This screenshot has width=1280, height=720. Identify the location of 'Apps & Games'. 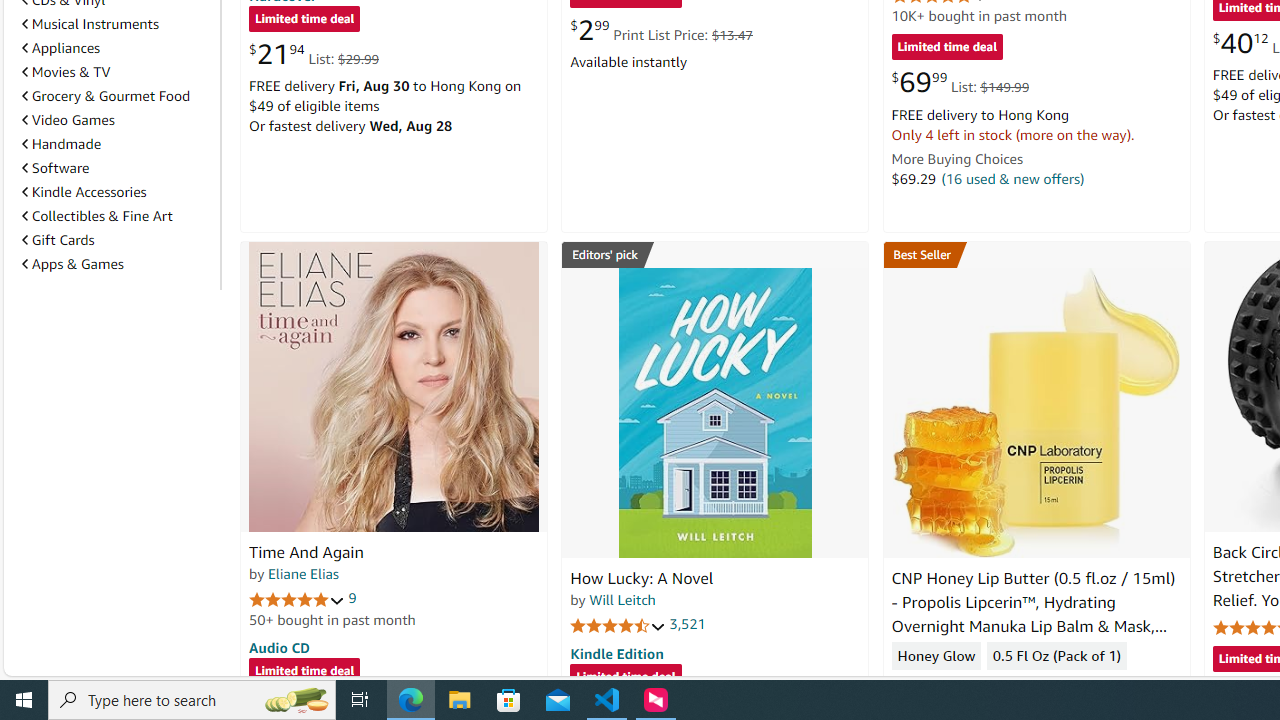
(72, 262).